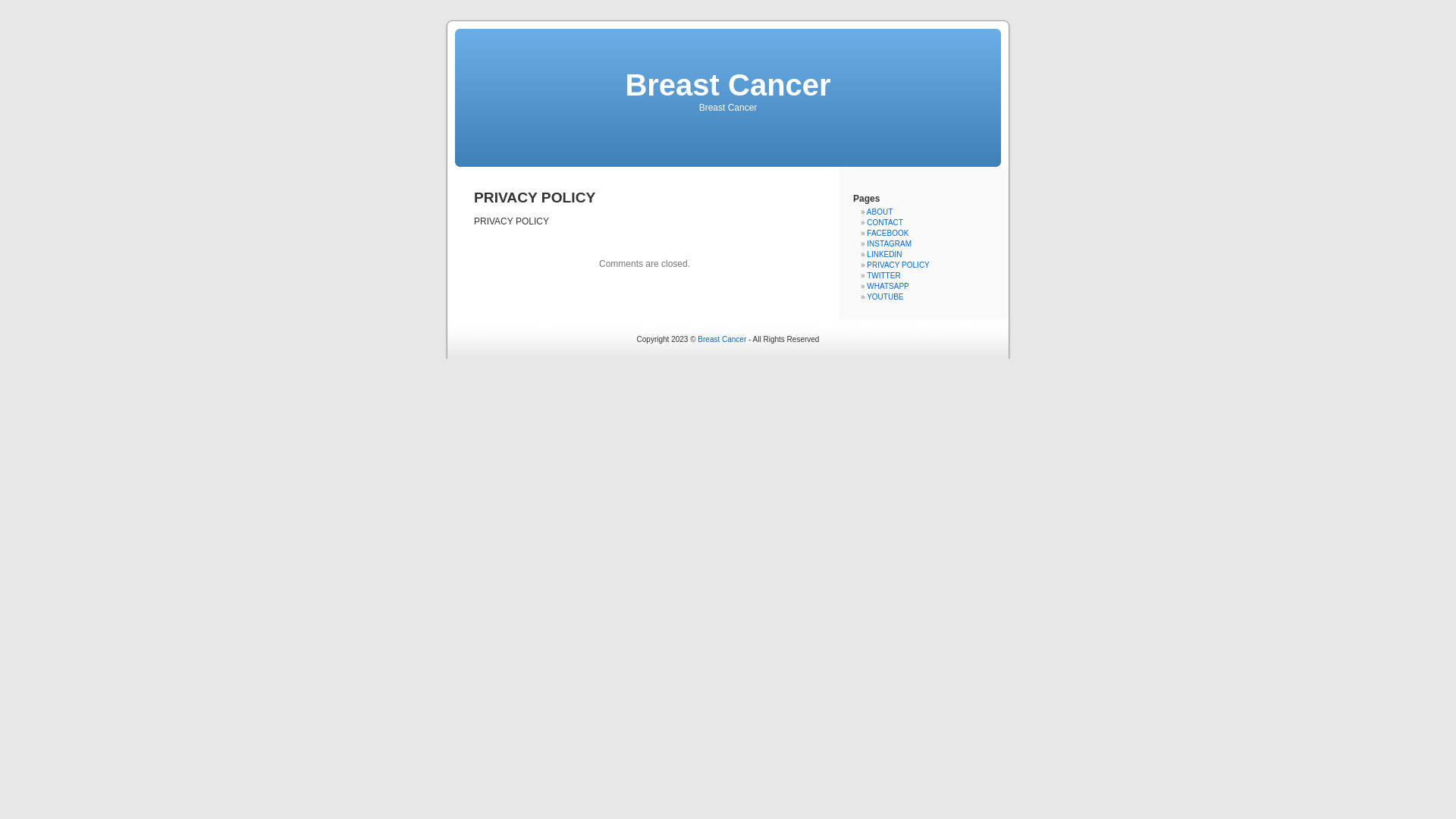  What do you see at coordinates (720, 338) in the screenshot?
I see `'Breast Cancer'` at bounding box center [720, 338].